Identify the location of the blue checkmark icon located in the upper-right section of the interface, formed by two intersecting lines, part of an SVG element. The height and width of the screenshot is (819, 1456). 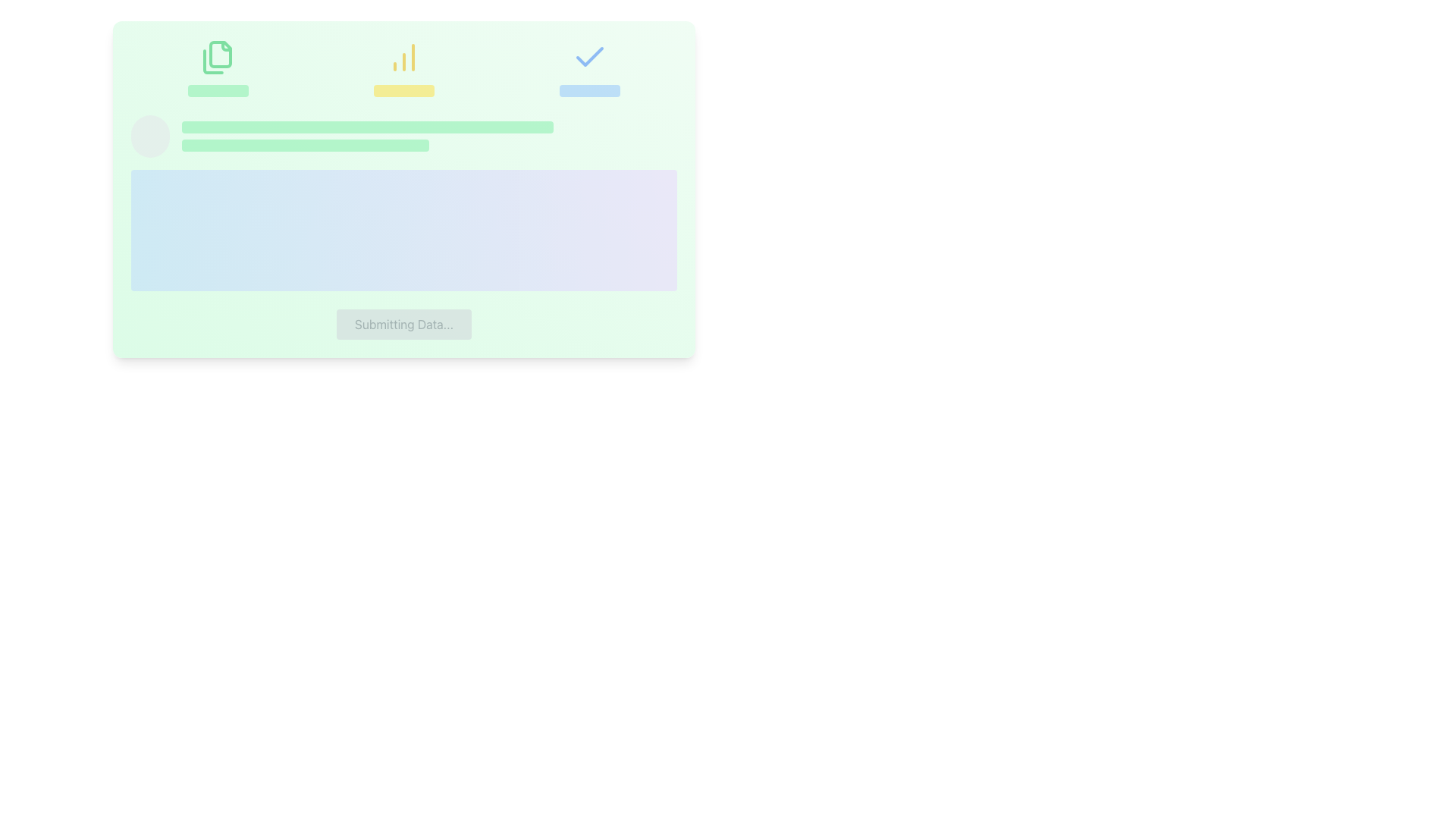
(589, 55).